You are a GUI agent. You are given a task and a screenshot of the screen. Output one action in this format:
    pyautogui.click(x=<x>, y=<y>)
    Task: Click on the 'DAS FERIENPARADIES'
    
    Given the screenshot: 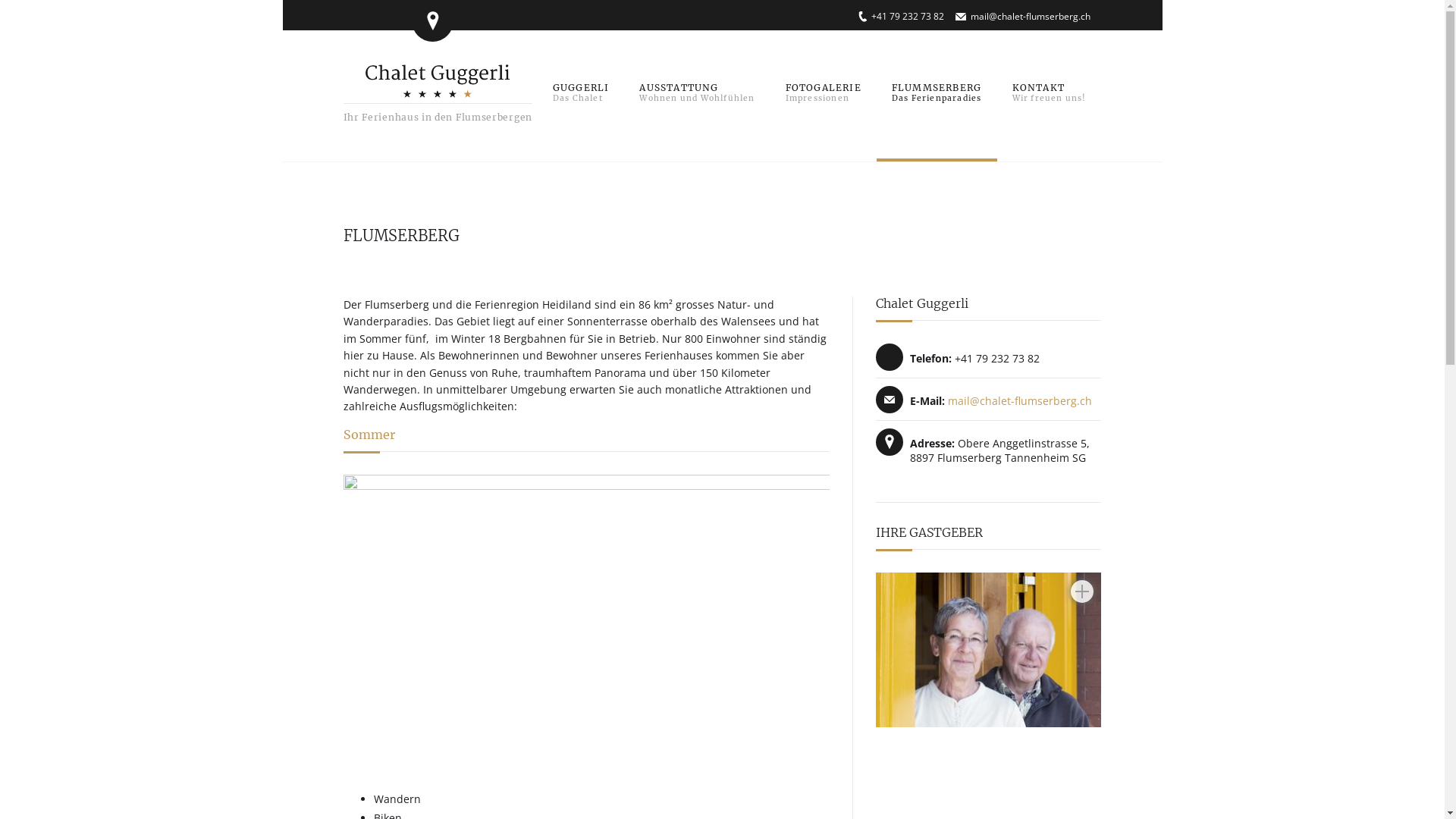 What is the action you would take?
    pyautogui.click(x=877, y=94)
    